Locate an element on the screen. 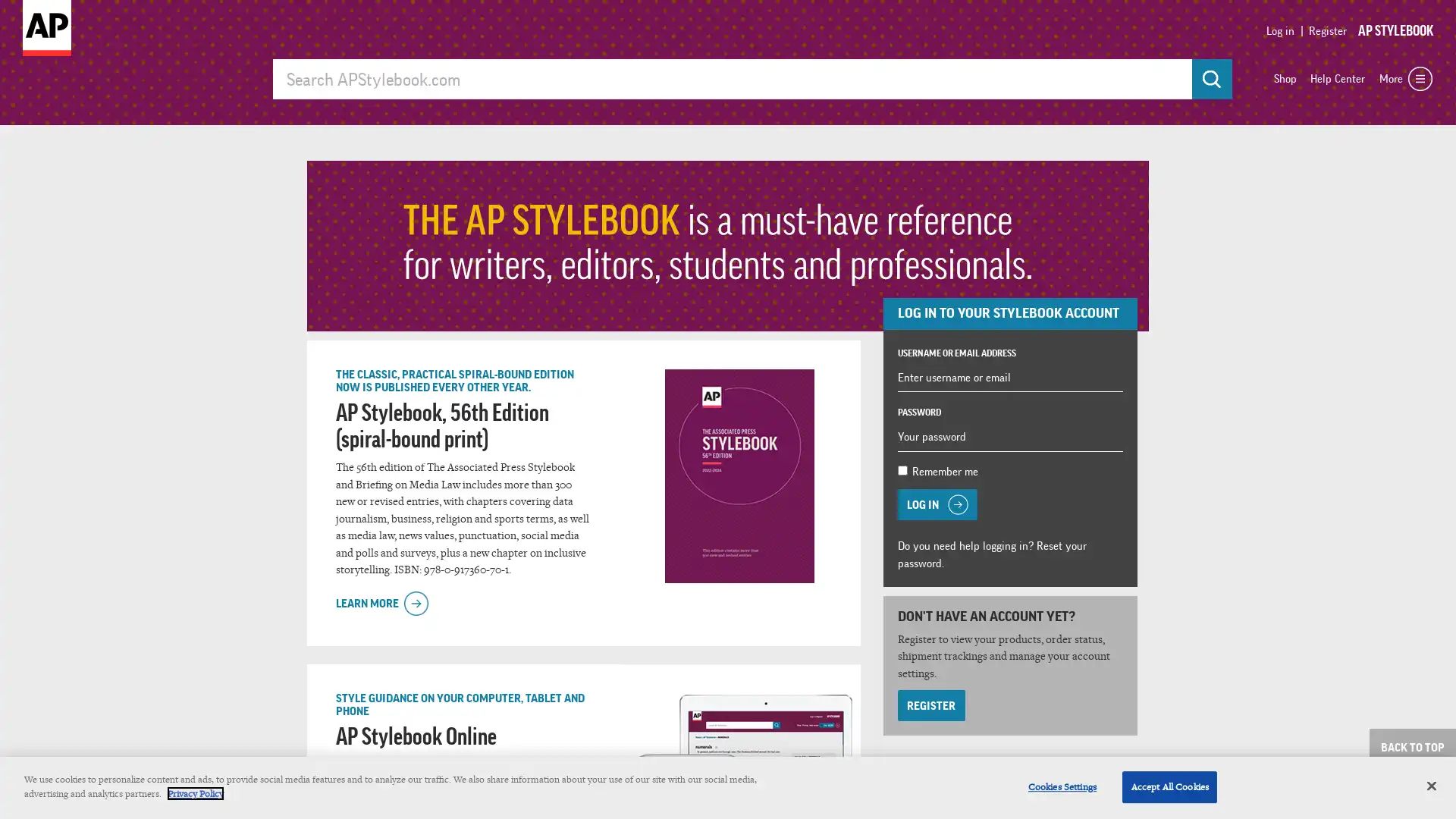 The image size is (1456, 819). More is located at coordinates (1404, 78).